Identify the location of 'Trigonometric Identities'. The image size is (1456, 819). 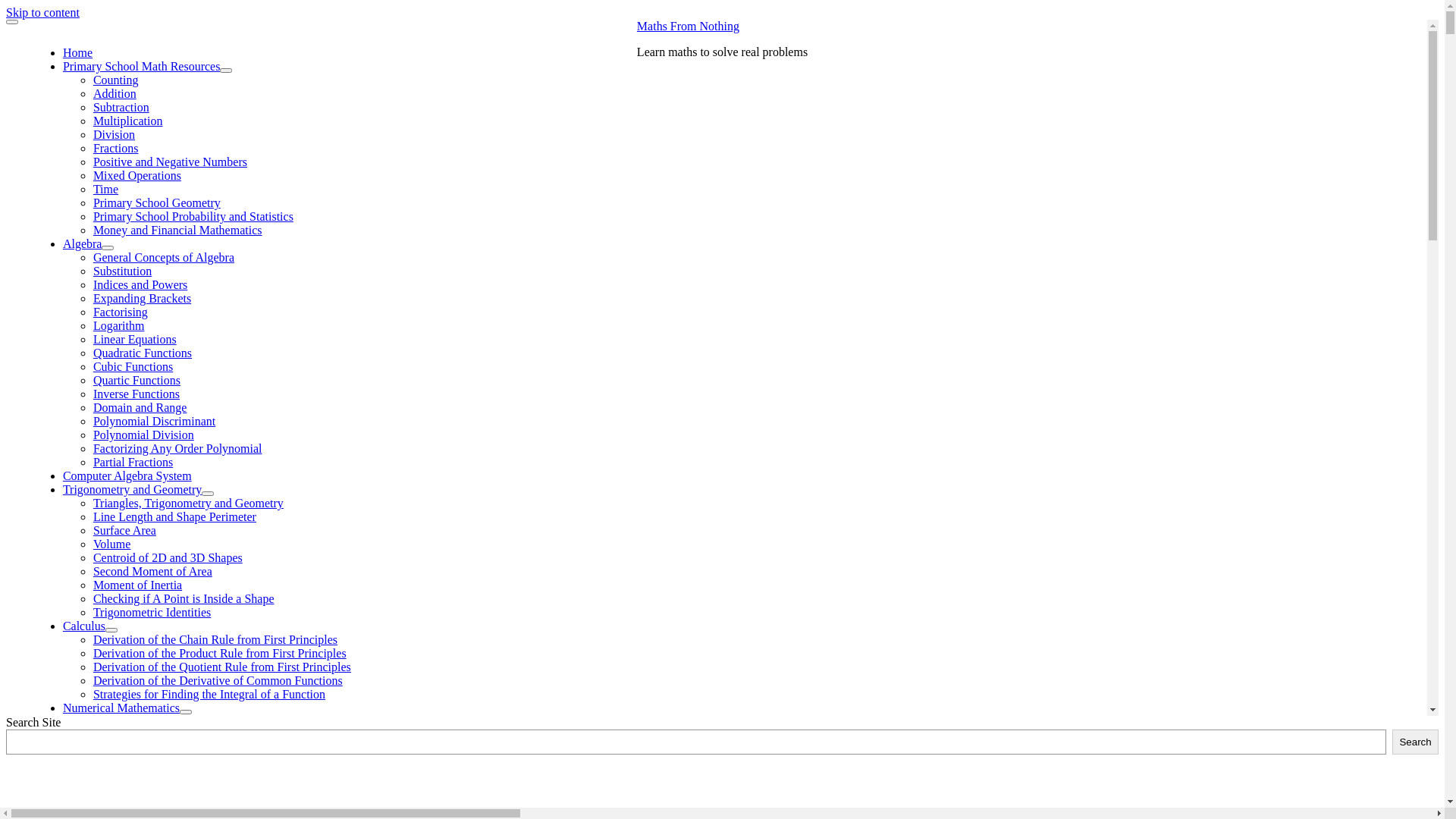
(152, 611).